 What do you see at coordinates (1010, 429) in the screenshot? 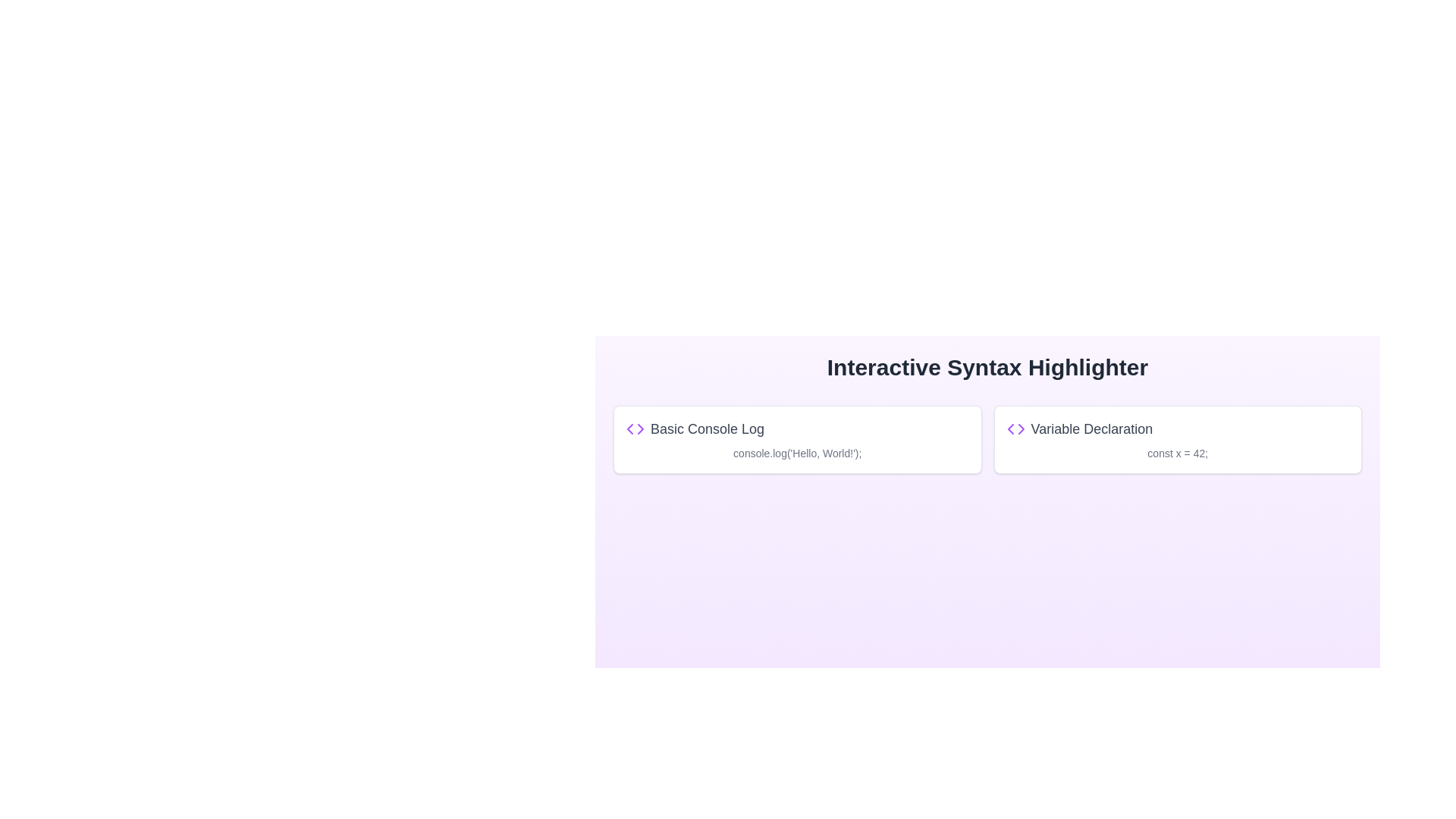
I see `the left-pointing triangle icon located in the interactive syntax highlighter section under the header 'Interactive Syntax Highlighter', specifically within the left box labeled 'Basic Console Log'` at bounding box center [1010, 429].